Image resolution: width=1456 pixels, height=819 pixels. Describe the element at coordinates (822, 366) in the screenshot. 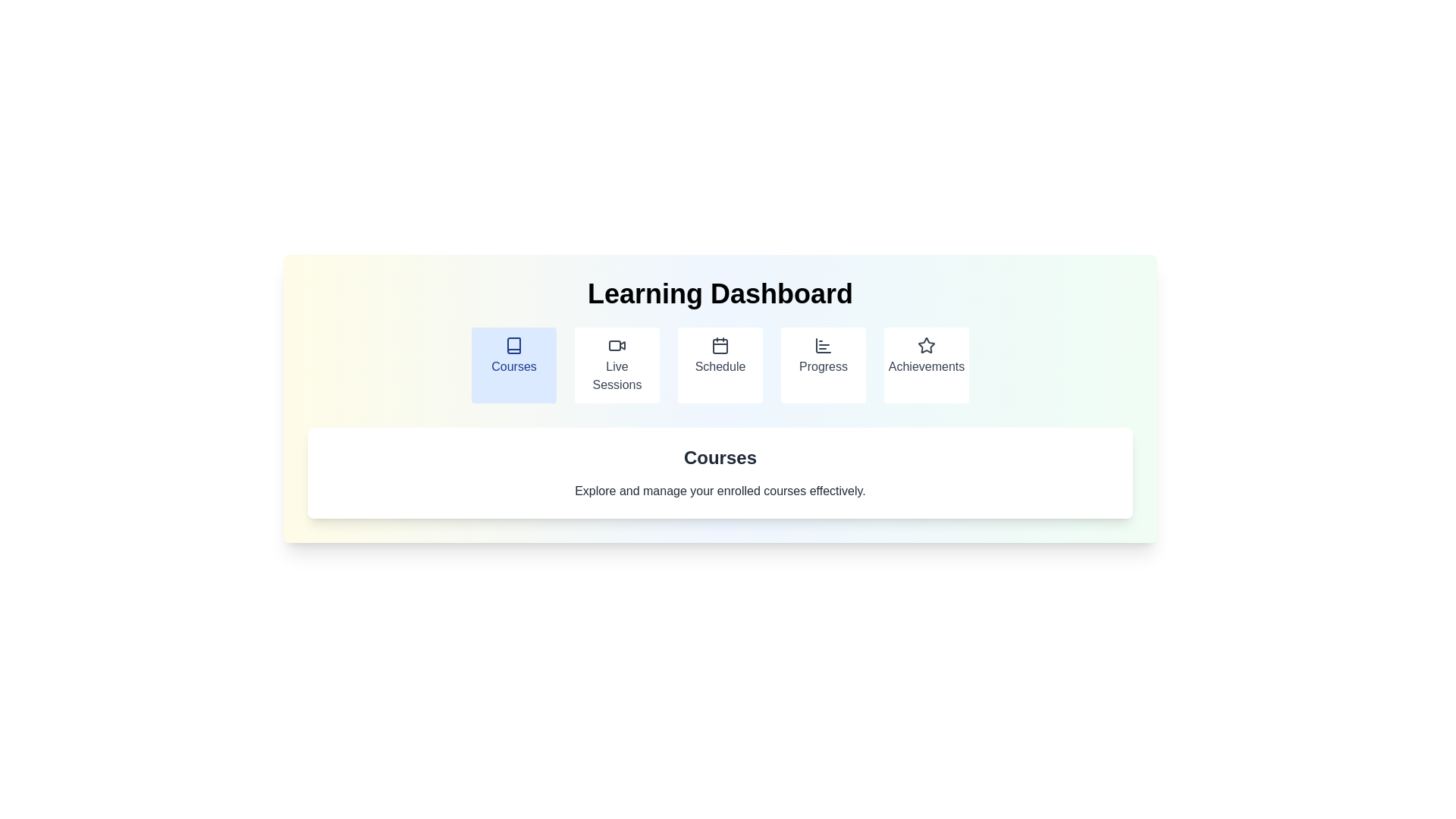

I see `text label 'Progress' displayed in gray font under the bar chart icon within the rounded white card in the menu layout` at that location.